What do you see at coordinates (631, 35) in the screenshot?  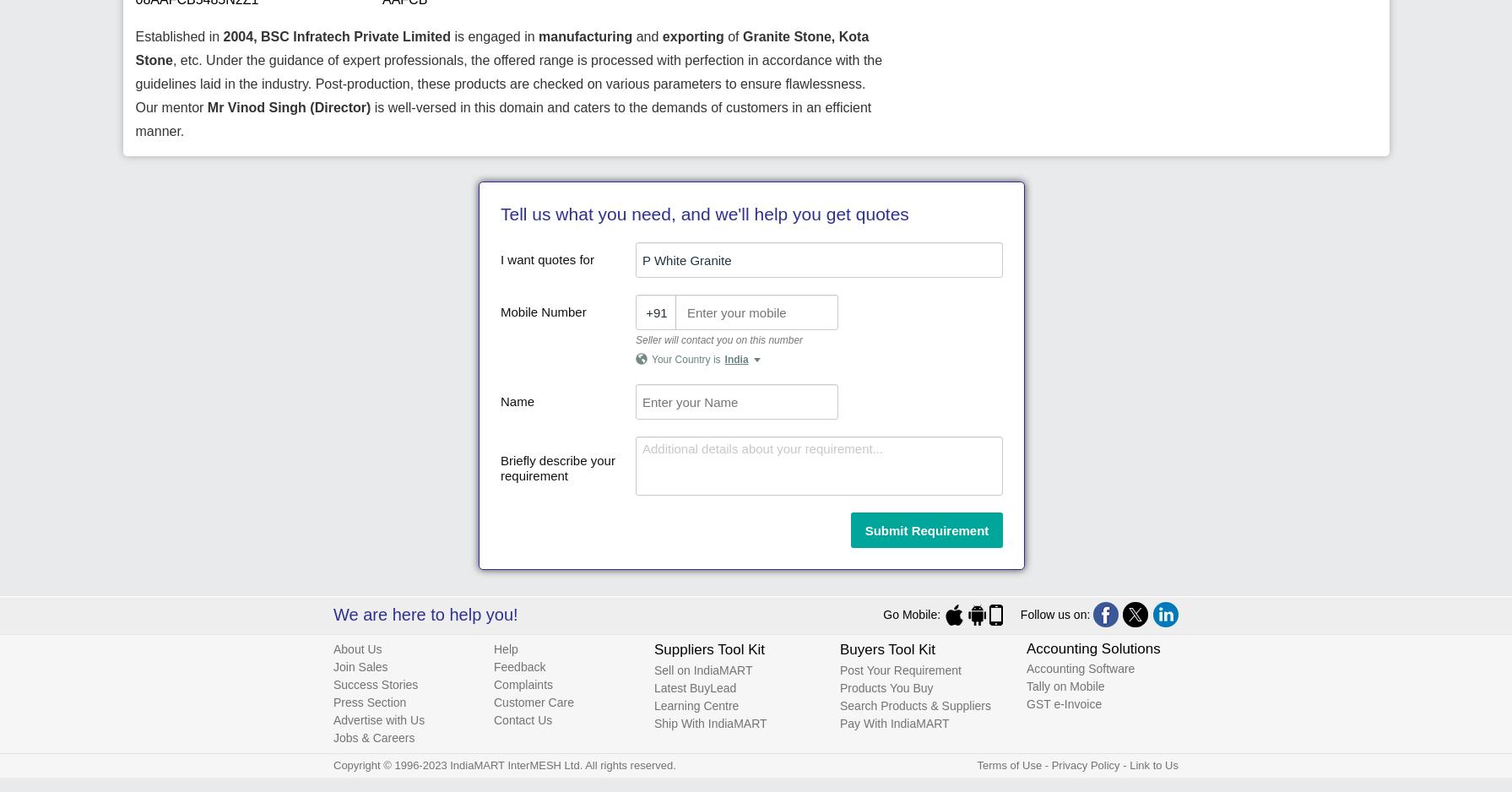 I see `'and'` at bounding box center [631, 35].